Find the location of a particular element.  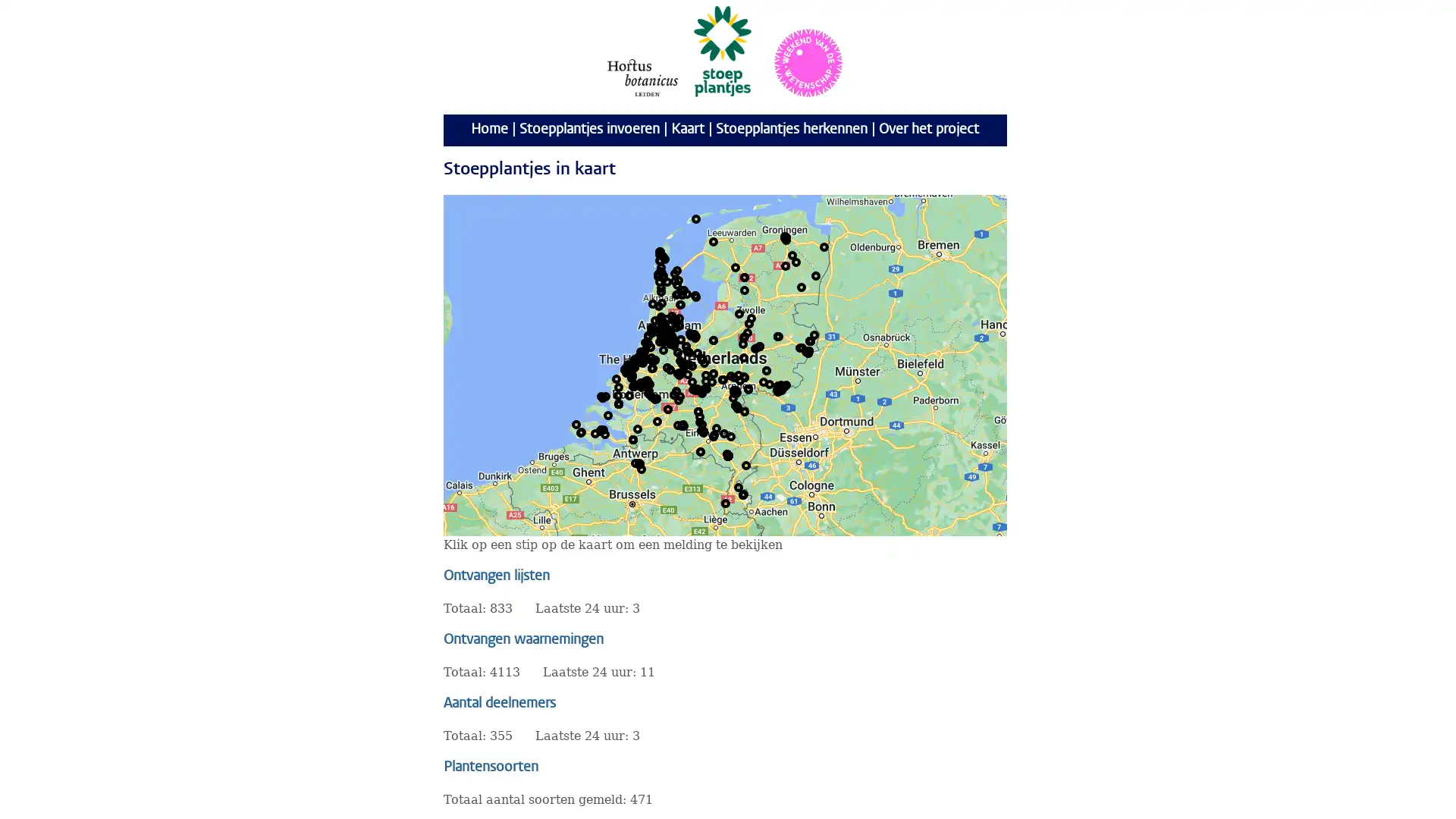

Telling van Giel de bruin op 03 juni 2022 is located at coordinates (619, 403).